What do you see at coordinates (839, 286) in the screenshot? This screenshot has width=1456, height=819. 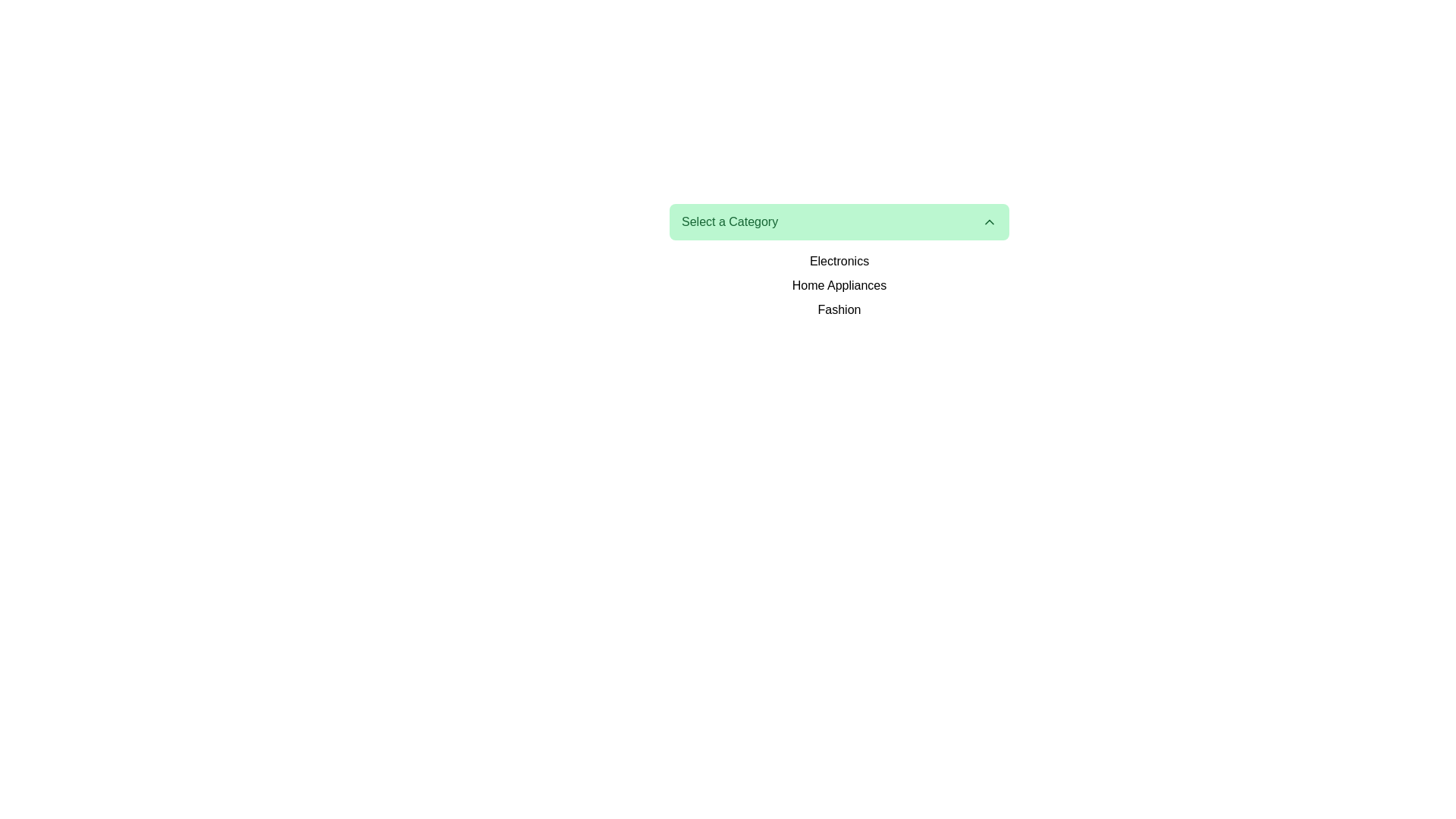 I see `the 'Home Appliances' text label to trigger a tooltip or highlight effect` at bounding box center [839, 286].